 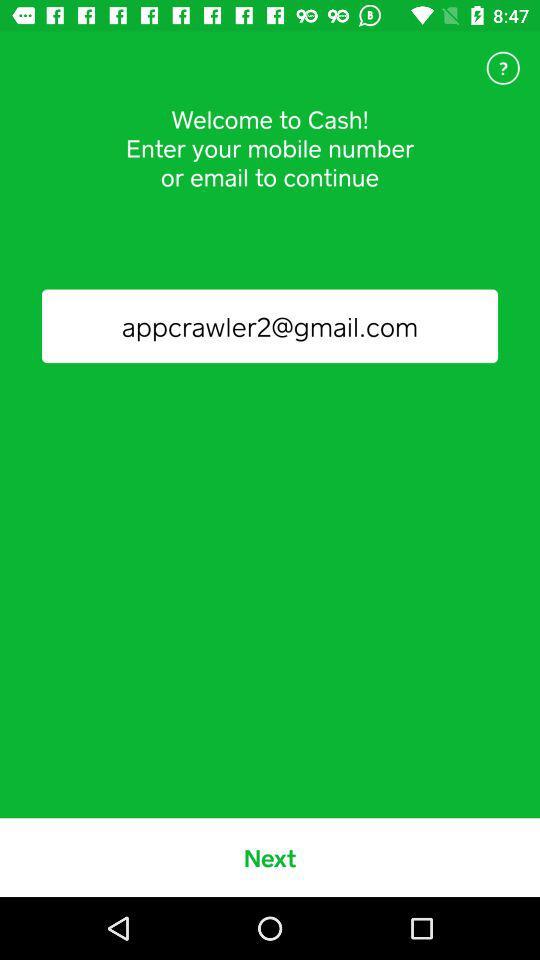 I want to click on icon above the appcrawler2@gmail.com item, so click(x=502, y=68).